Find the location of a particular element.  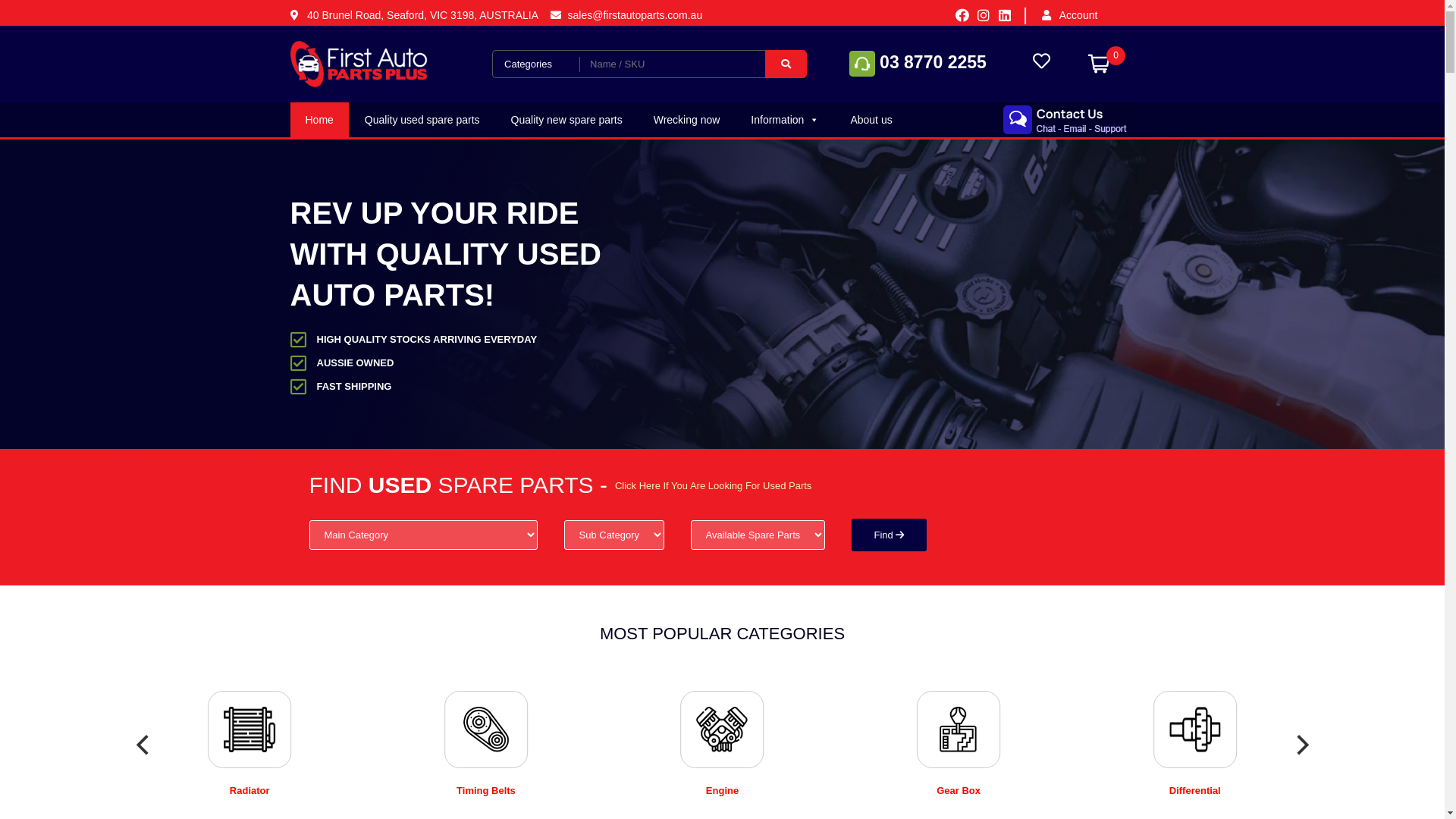

'Linkedin' is located at coordinates (1004, 14).